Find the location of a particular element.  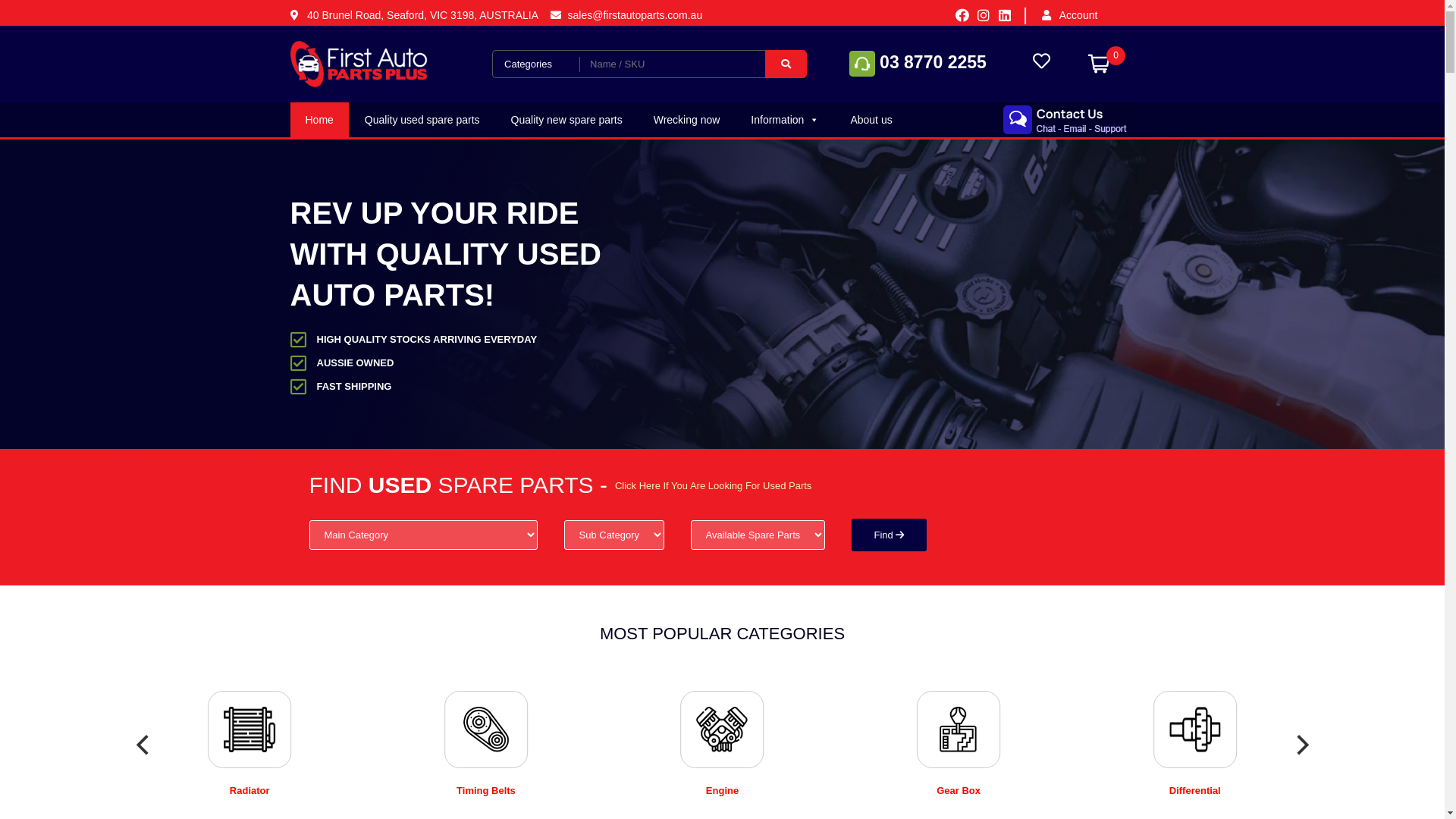

'Linkedin' is located at coordinates (1004, 14).